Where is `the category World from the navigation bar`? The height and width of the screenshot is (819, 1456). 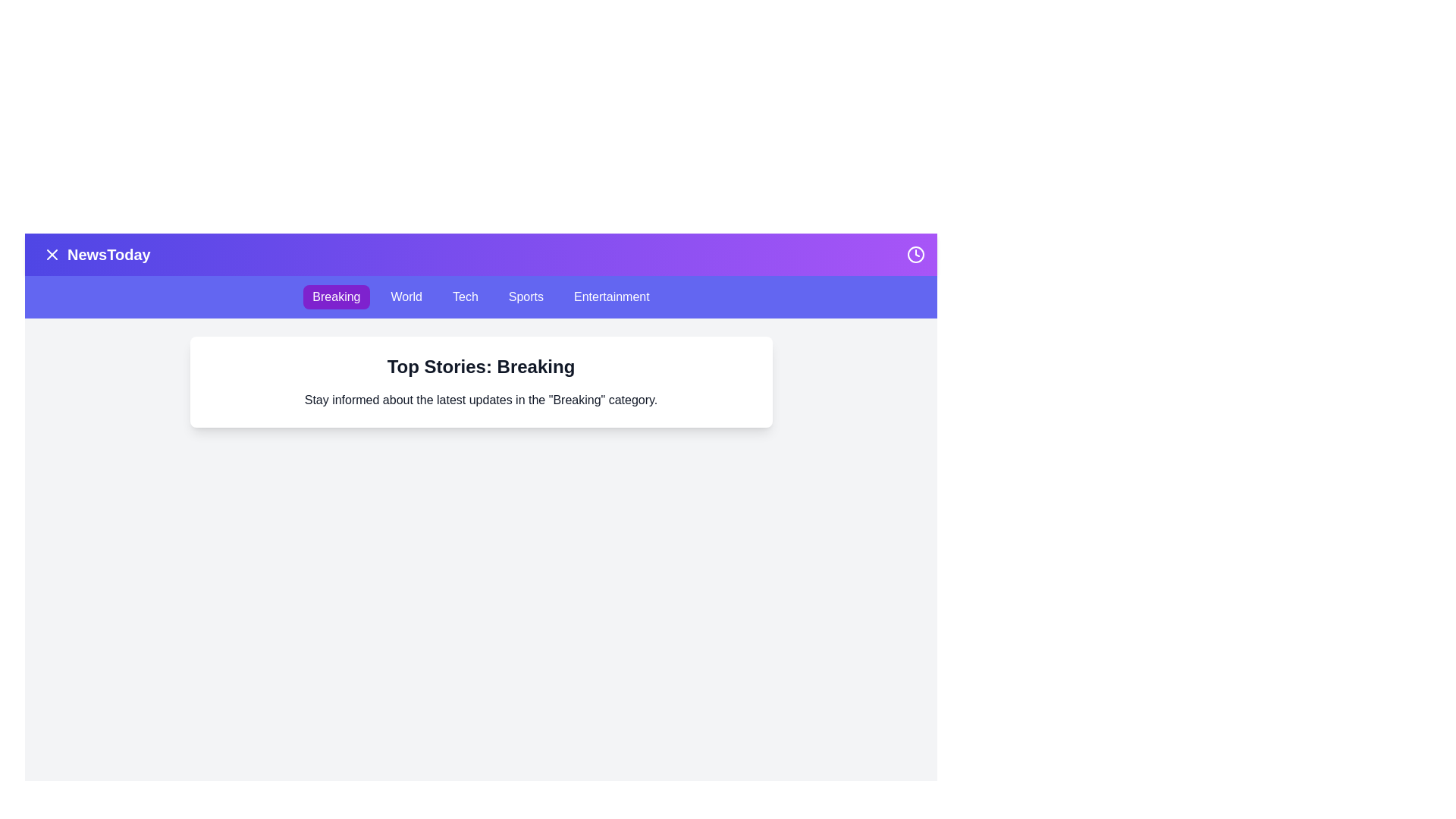
the category World from the navigation bar is located at coordinates (406, 297).